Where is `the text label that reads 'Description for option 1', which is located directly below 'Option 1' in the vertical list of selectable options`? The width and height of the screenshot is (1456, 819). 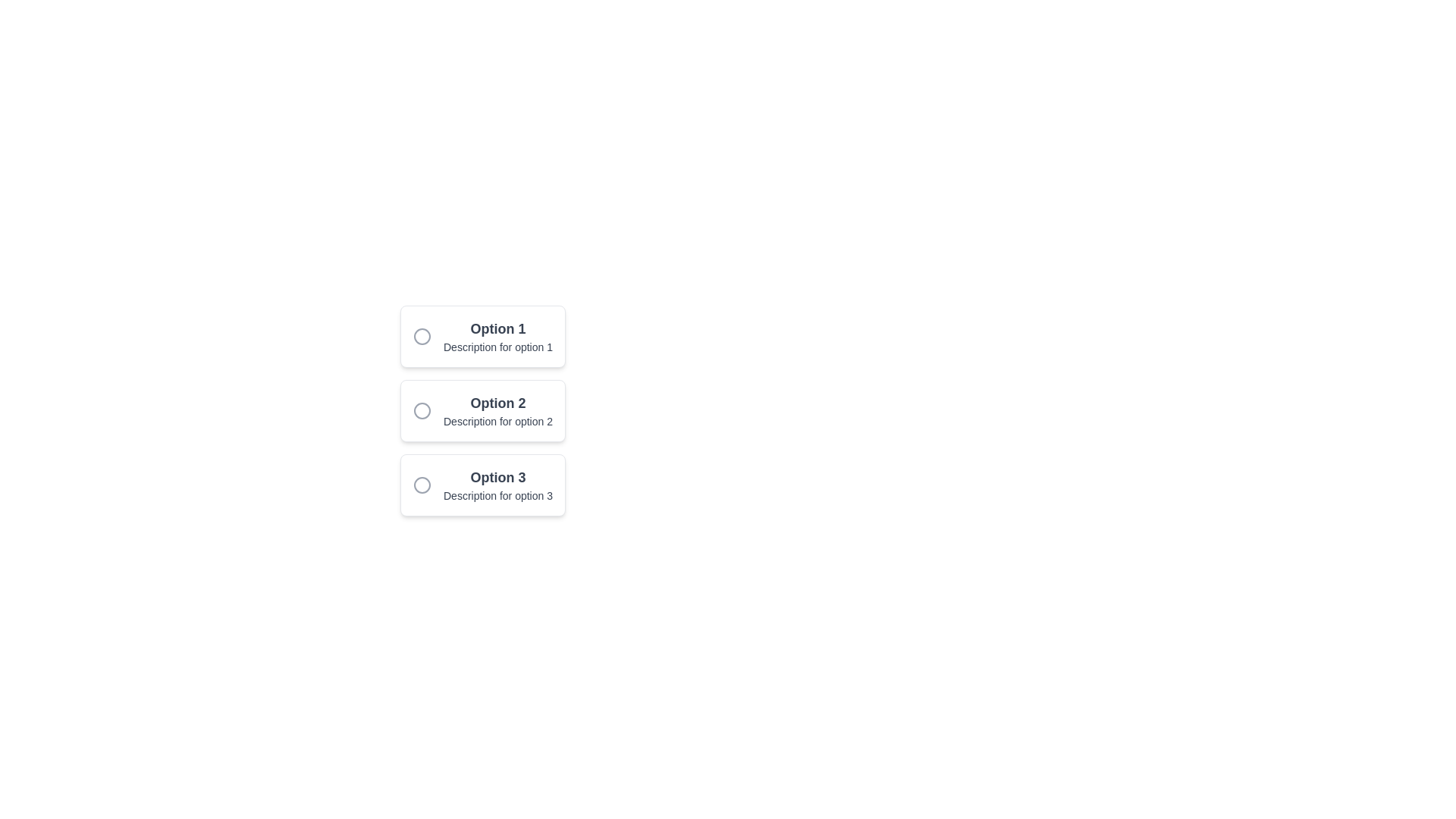 the text label that reads 'Description for option 1', which is located directly below 'Option 1' in the vertical list of selectable options is located at coordinates (498, 347).